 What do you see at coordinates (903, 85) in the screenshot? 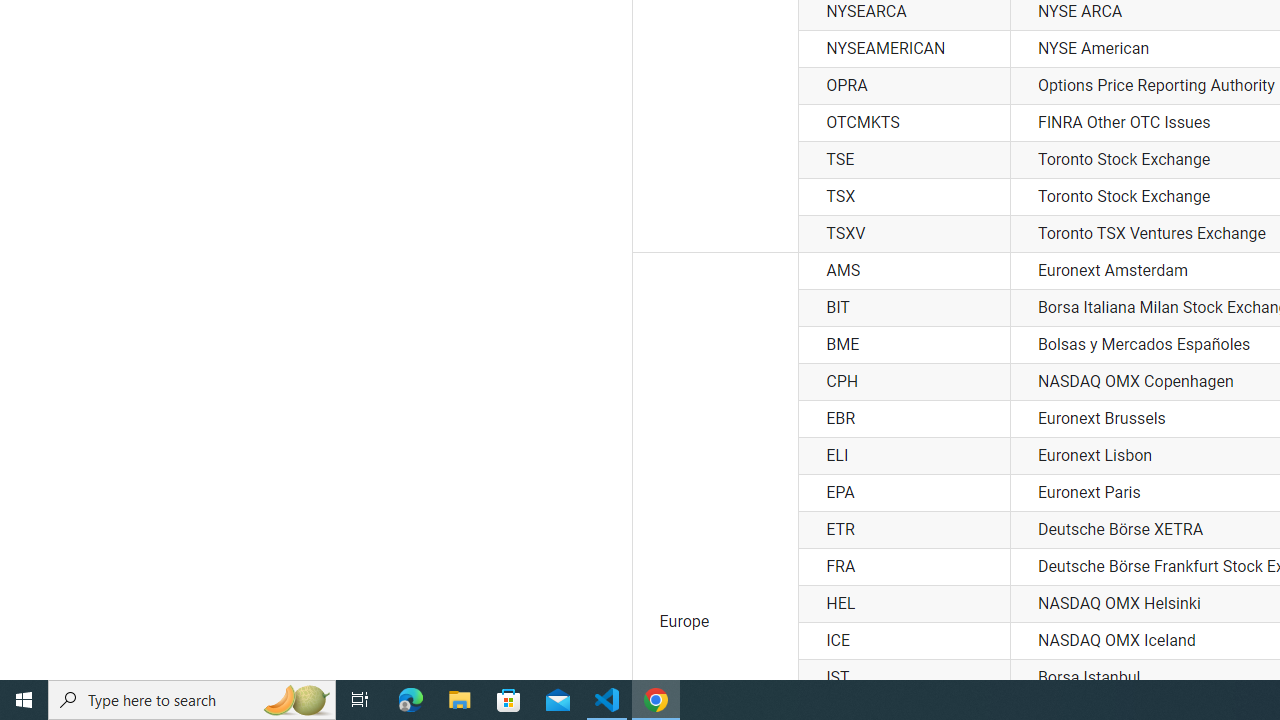
I see `'OPRA'` at bounding box center [903, 85].